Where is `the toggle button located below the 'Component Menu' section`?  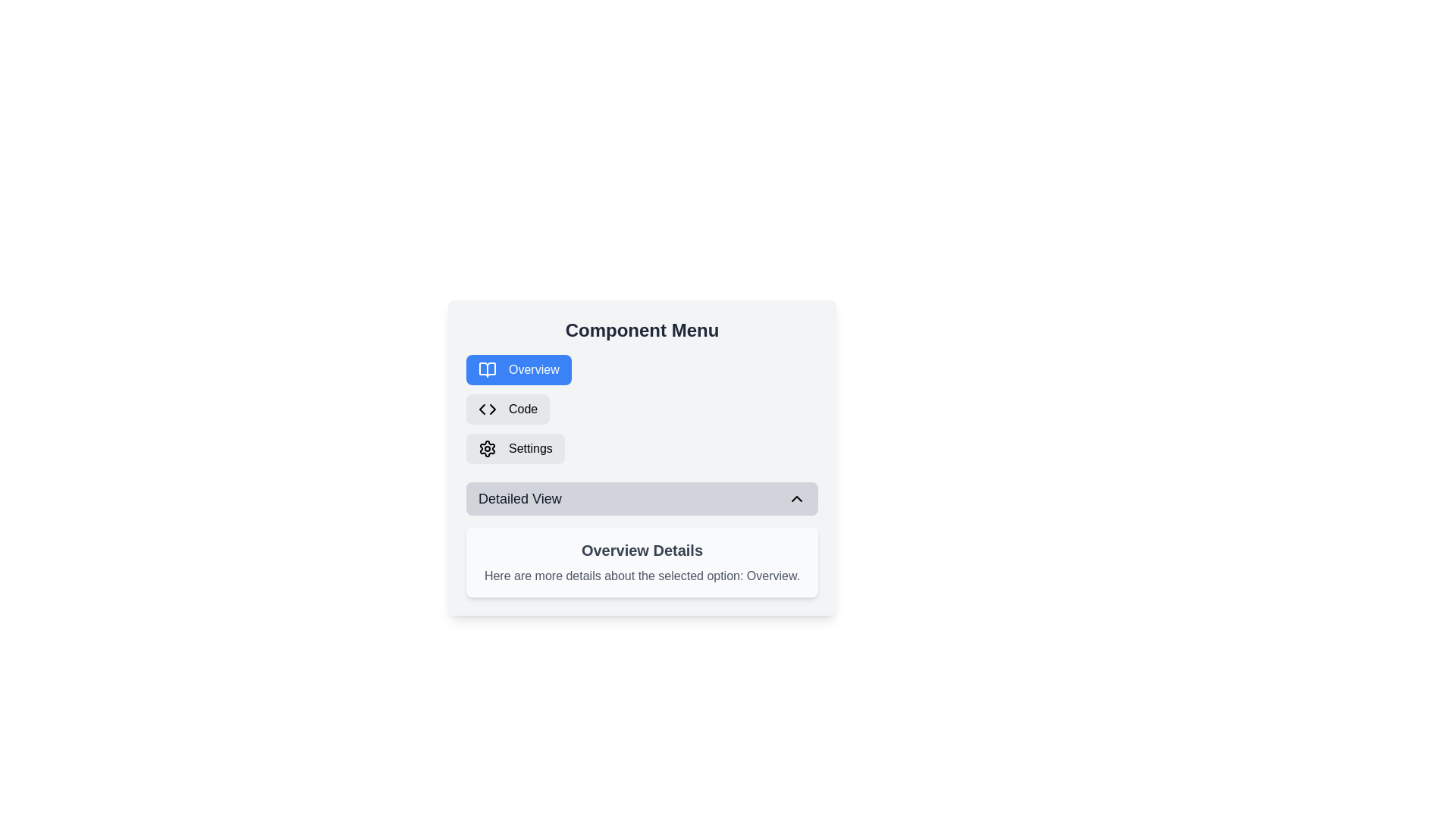 the toggle button located below the 'Component Menu' section is located at coordinates (642, 499).